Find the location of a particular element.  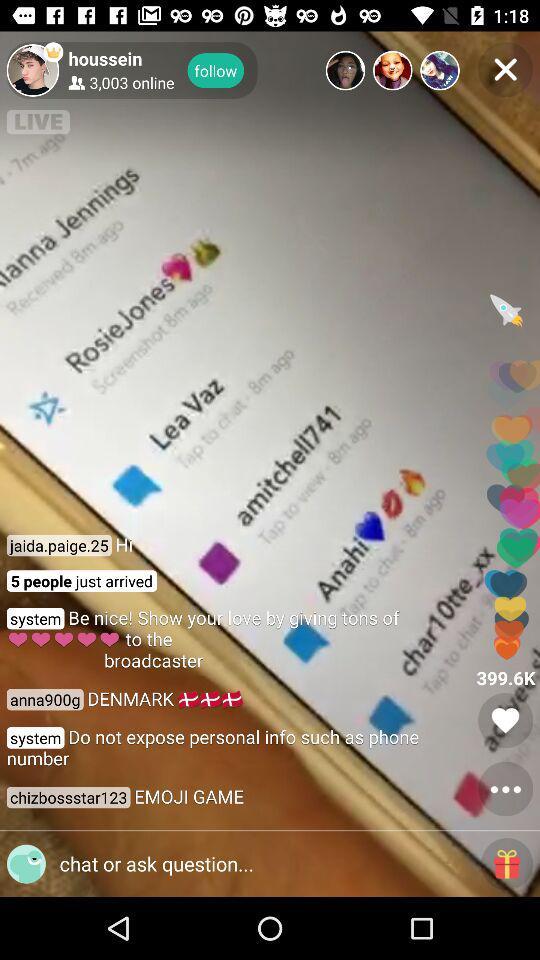

the gift icon is located at coordinates (507, 863).